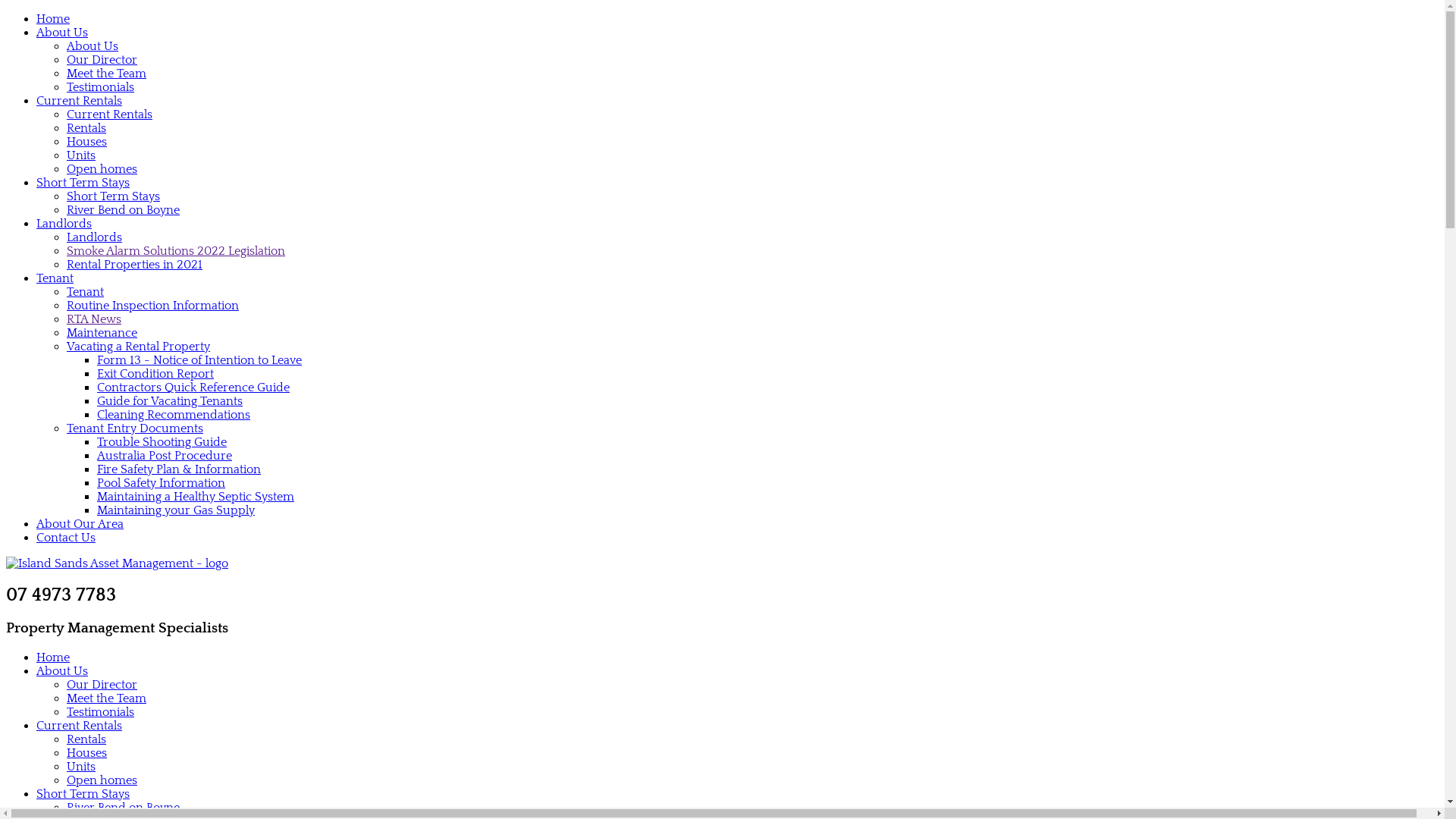 This screenshot has height=819, width=1456. What do you see at coordinates (105, 698) in the screenshot?
I see `'Meet the Team'` at bounding box center [105, 698].